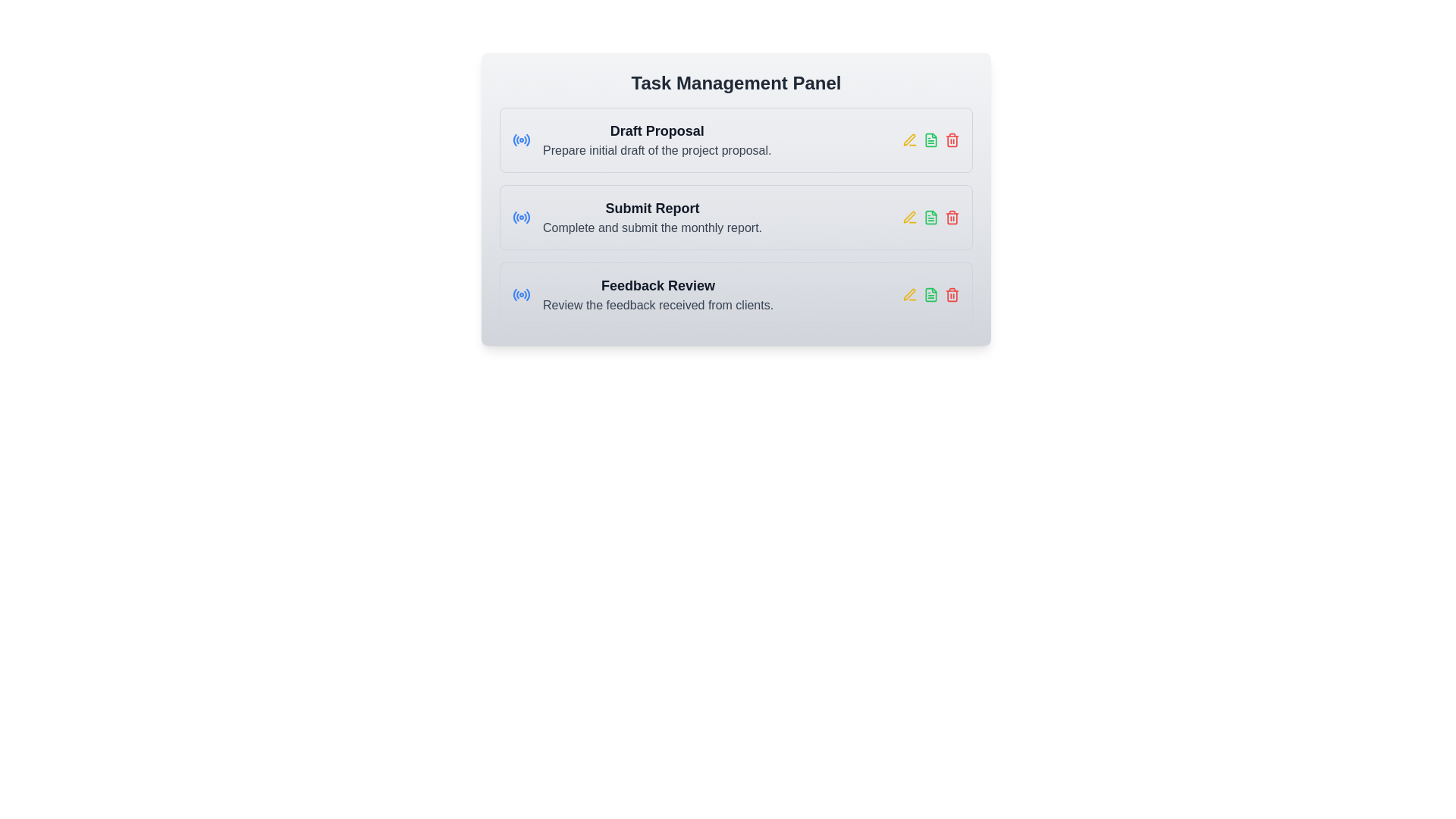 This screenshot has width=1456, height=819. I want to click on the small green document icon located between the yellow pencil icon and the red trash icon, so click(930, 140).